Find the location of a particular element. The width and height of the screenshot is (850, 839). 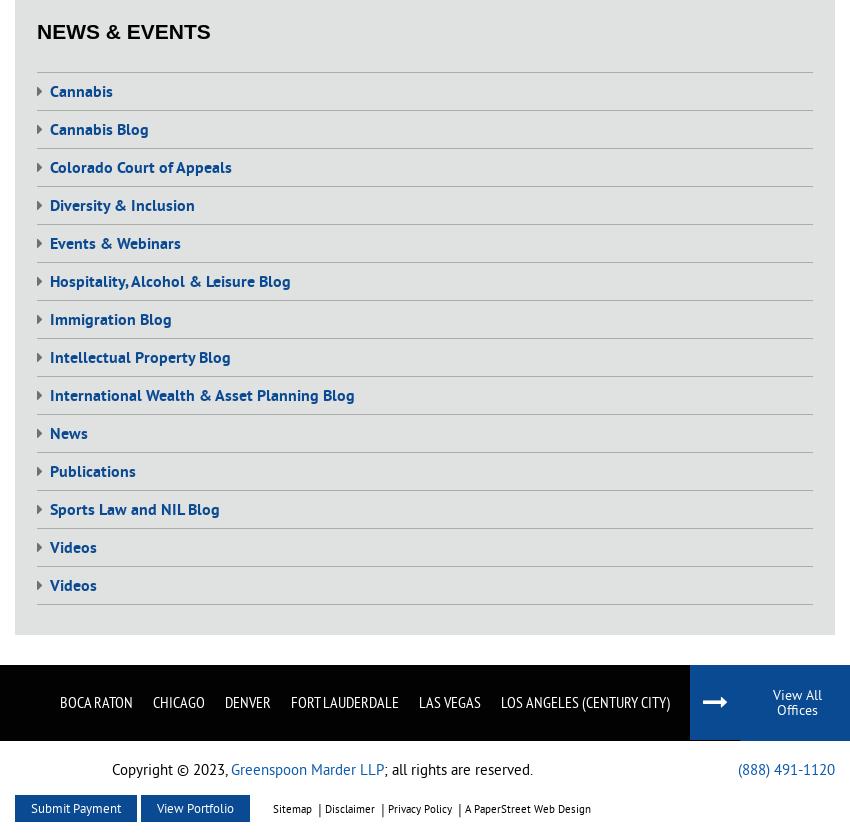

'View All Offices' is located at coordinates (796, 700).